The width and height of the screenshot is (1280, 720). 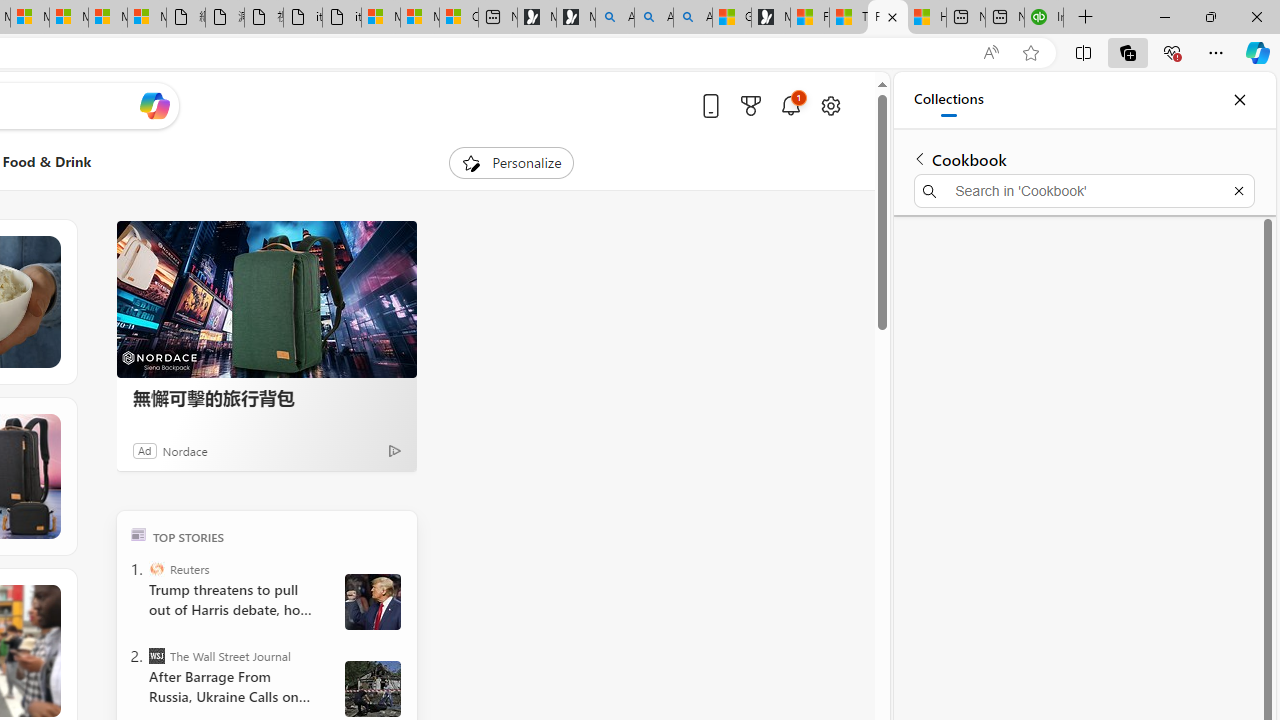 What do you see at coordinates (991, 52) in the screenshot?
I see `'Read aloud this page (Ctrl+Shift+U)'` at bounding box center [991, 52].